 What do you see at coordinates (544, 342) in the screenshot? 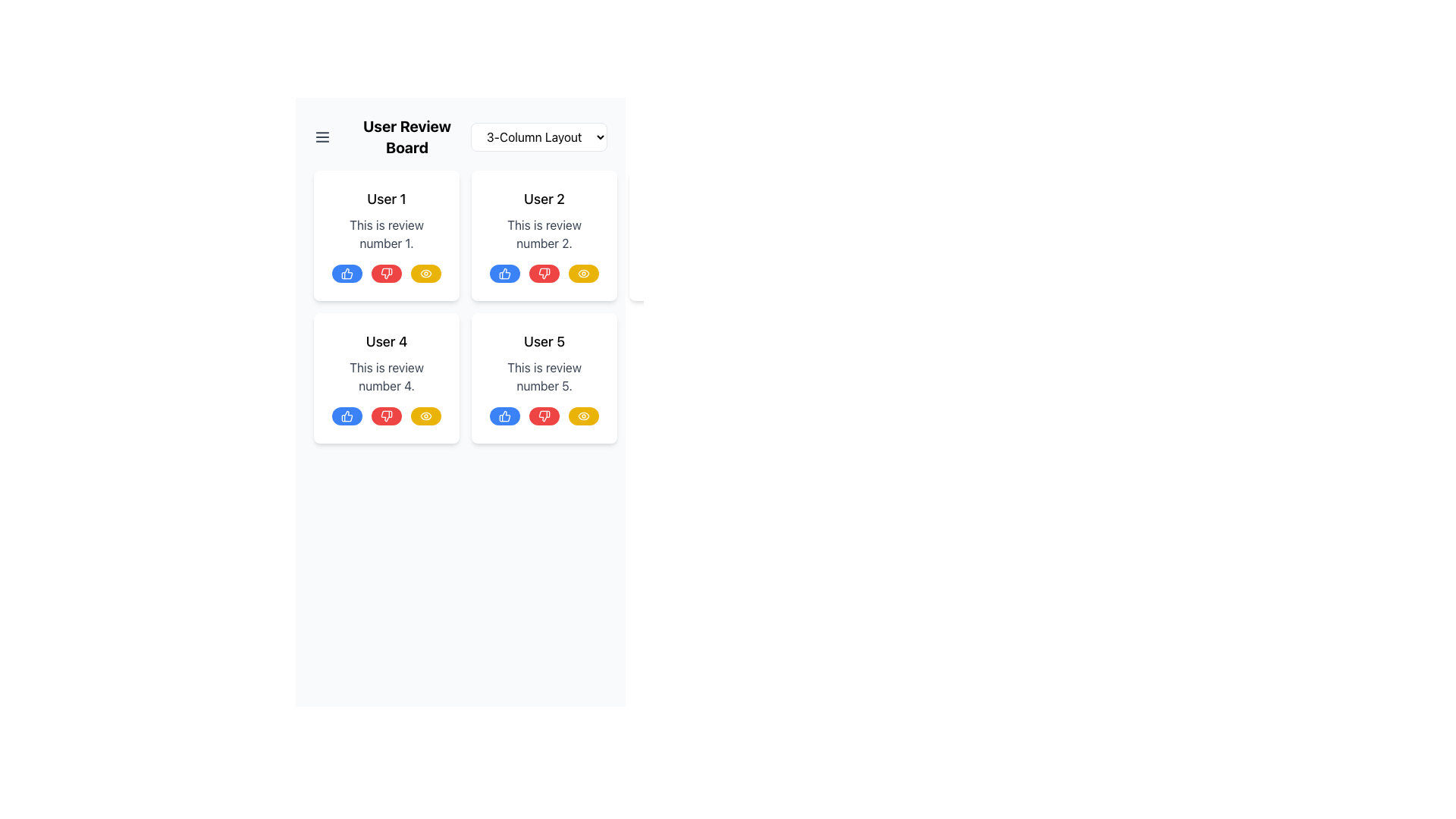
I see `the static text label reading 'User 5', which is styled in bold and slightly larger font, located at the top of the second card in the bottom right-hand corner of the visible section` at bounding box center [544, 342].